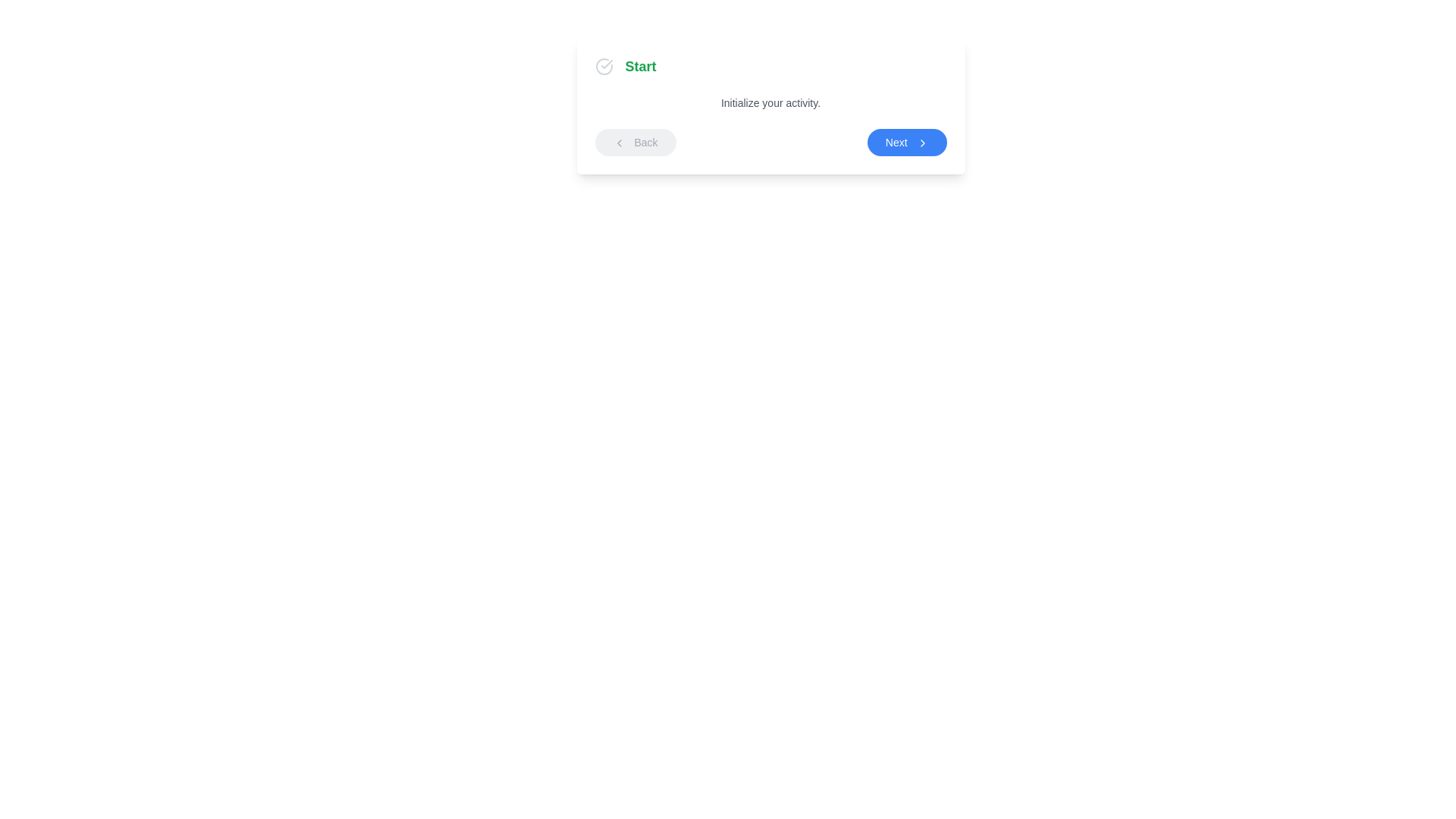 The width and height of the screenshot is (1456, 819). I want to click on the 'Next' button to navigate to the next step, so click(906, 143).